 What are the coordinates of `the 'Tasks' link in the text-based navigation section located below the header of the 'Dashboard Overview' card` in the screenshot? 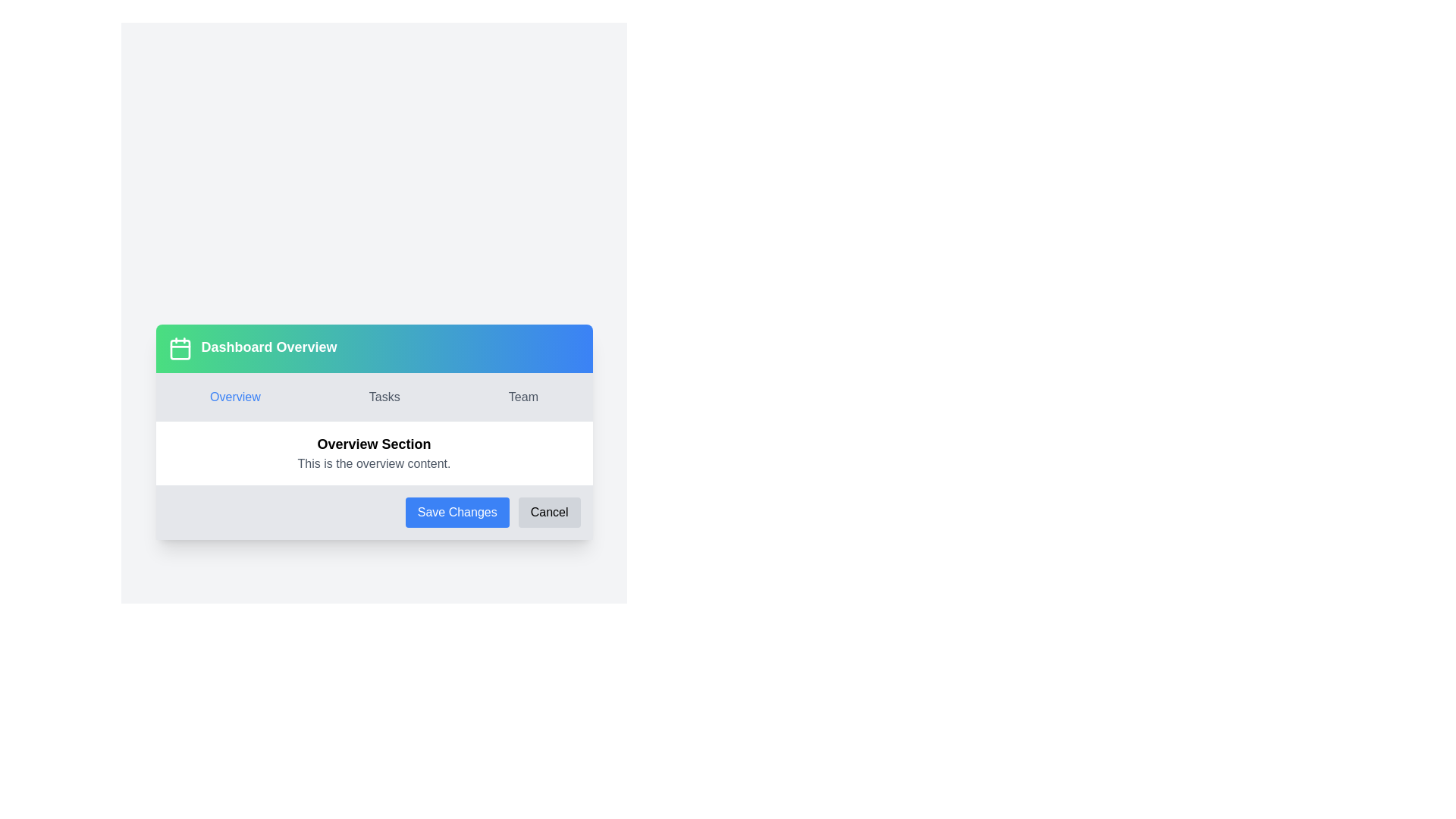 It's located at (374, 397).